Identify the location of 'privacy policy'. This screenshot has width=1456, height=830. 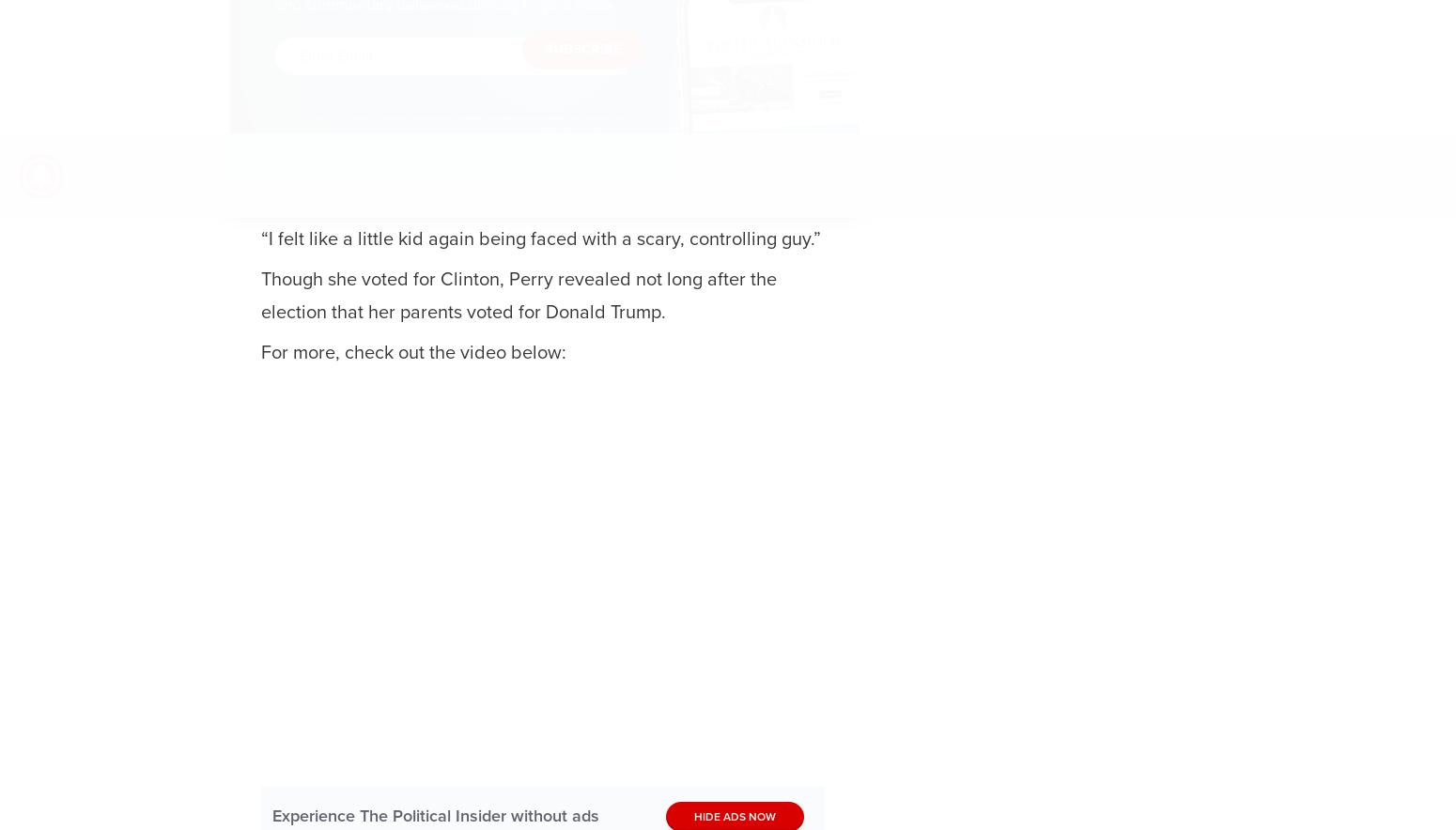
(345, 129).